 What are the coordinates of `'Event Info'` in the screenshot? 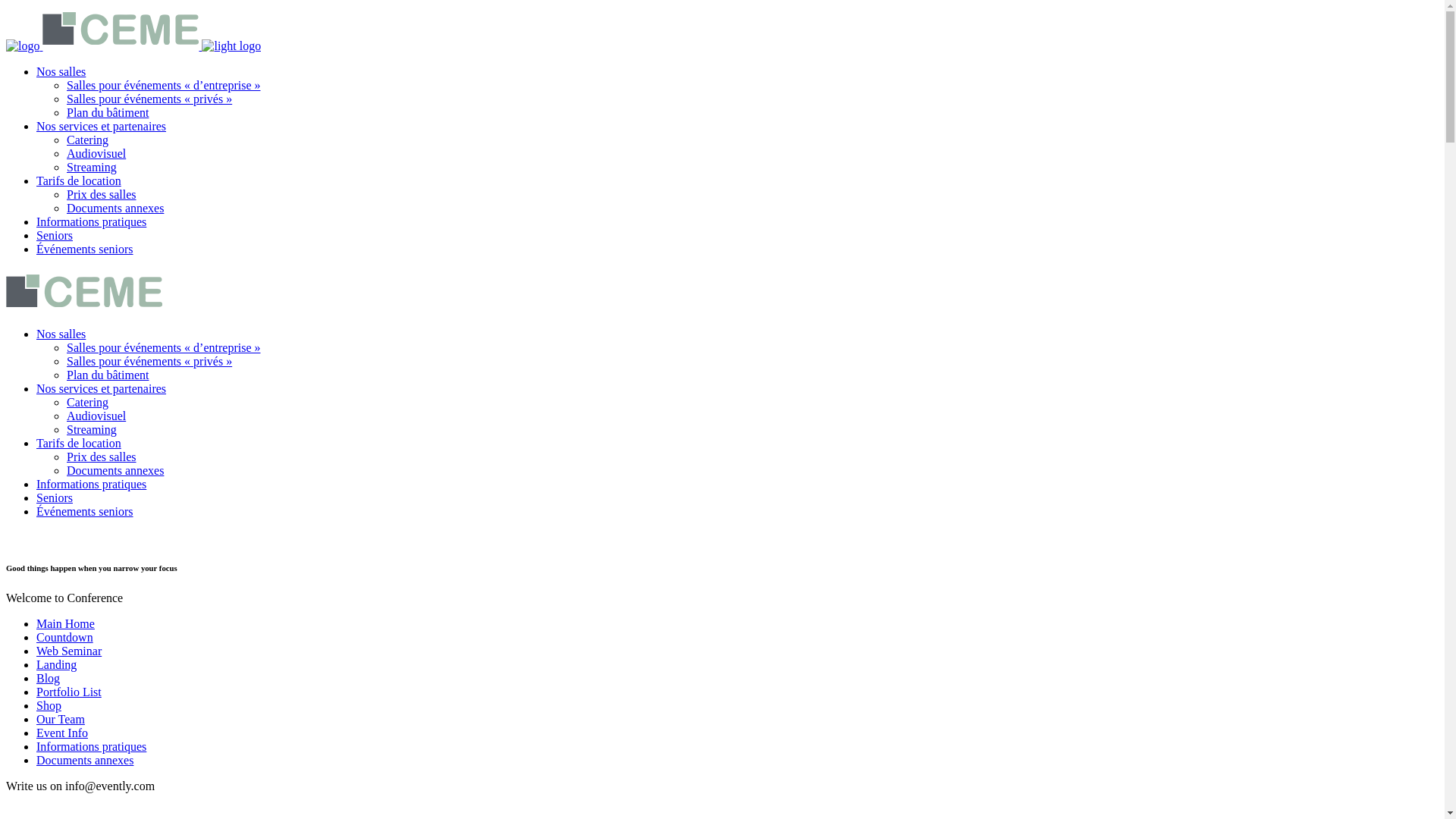 It's located at (61, 732).